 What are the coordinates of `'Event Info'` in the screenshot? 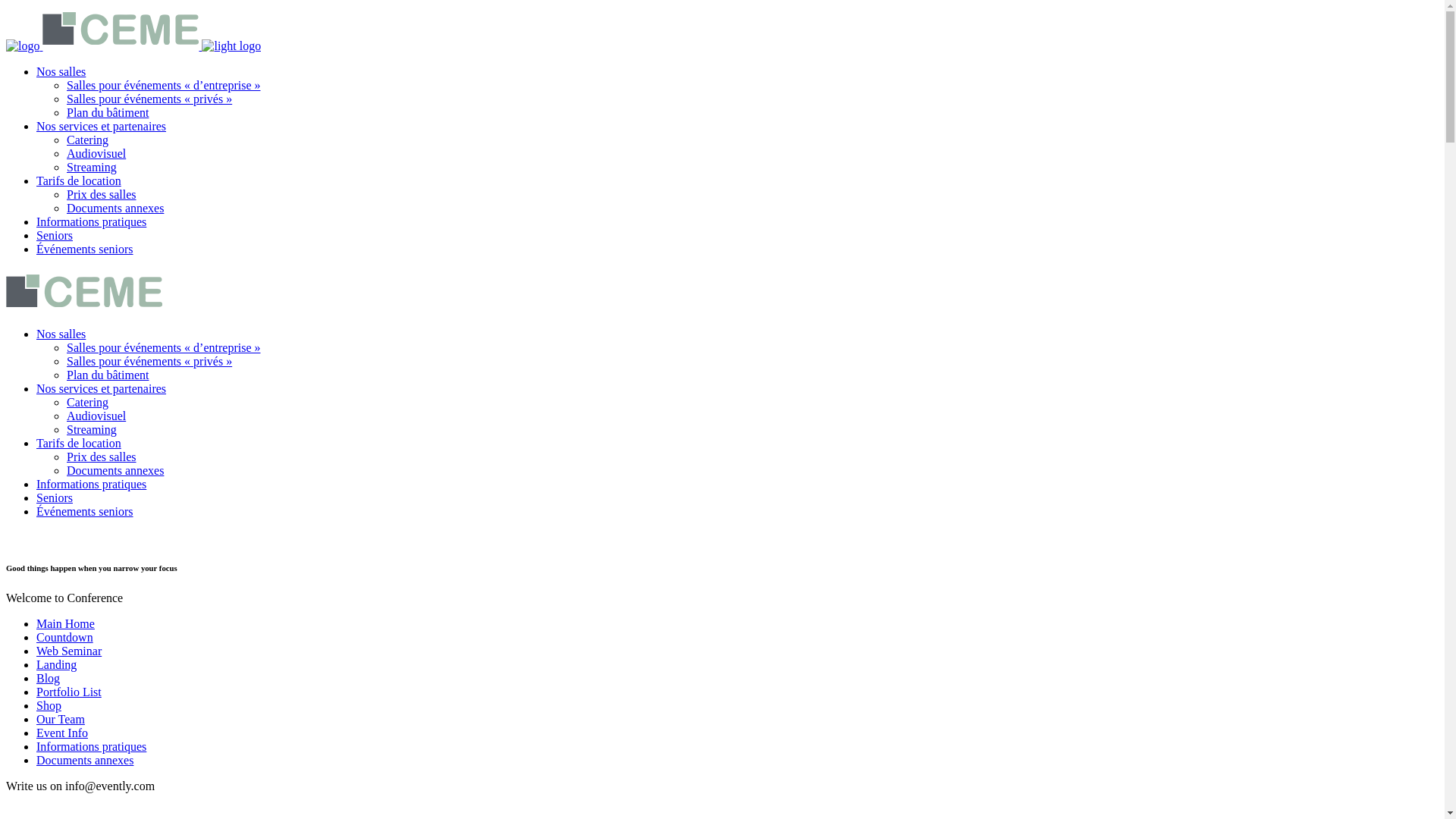 It's located at (61, 732).